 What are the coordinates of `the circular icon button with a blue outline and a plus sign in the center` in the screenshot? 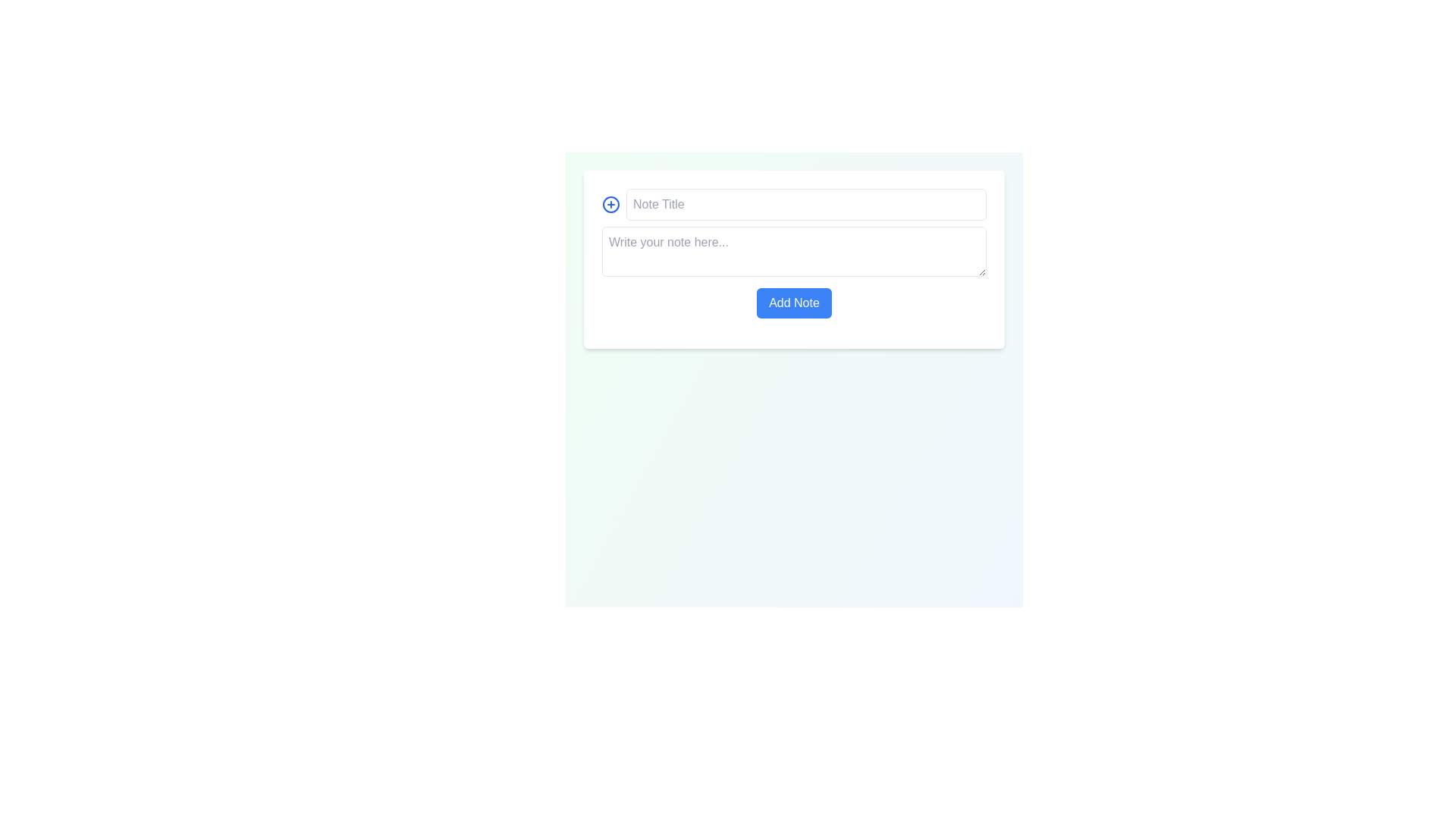 It's located at (611, 205).